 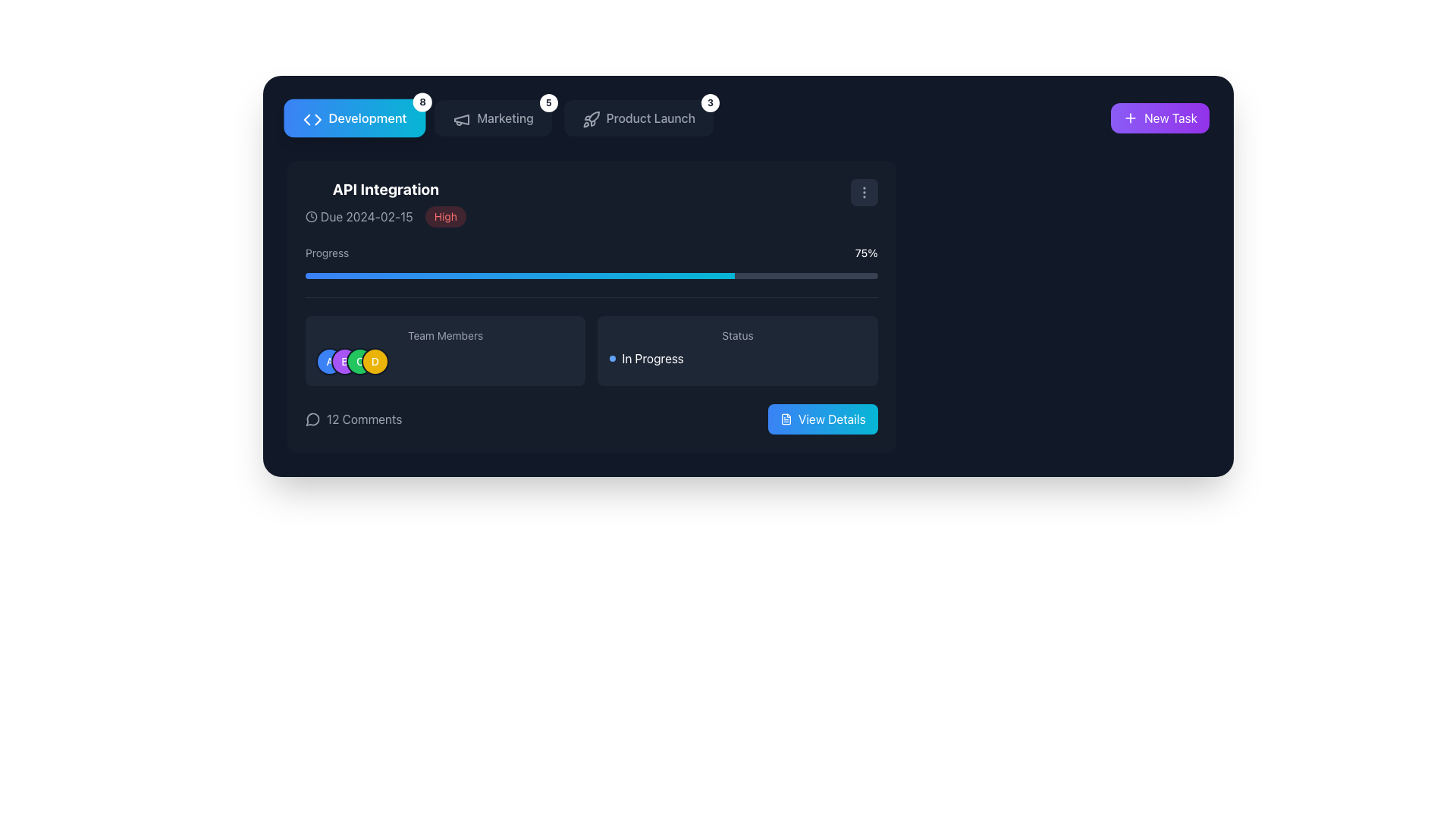 I want to click on the content of the circular badge displaying the number '8' in bold, which is located near the top-right corner of the 'Development' button, so click(x=422, y=102).